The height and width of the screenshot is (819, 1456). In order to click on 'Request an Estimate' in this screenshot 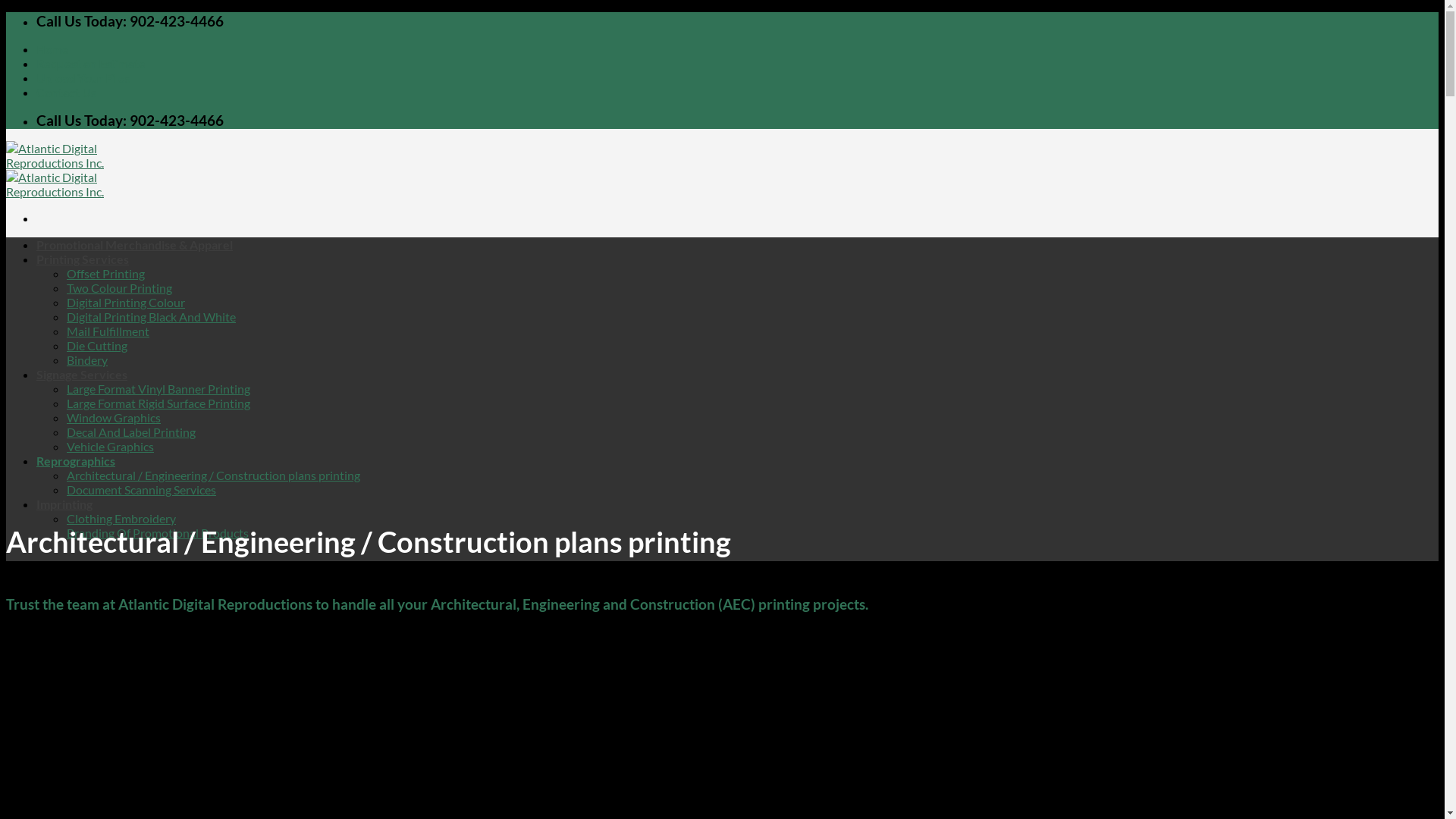, I will do `click(90, 62)`.